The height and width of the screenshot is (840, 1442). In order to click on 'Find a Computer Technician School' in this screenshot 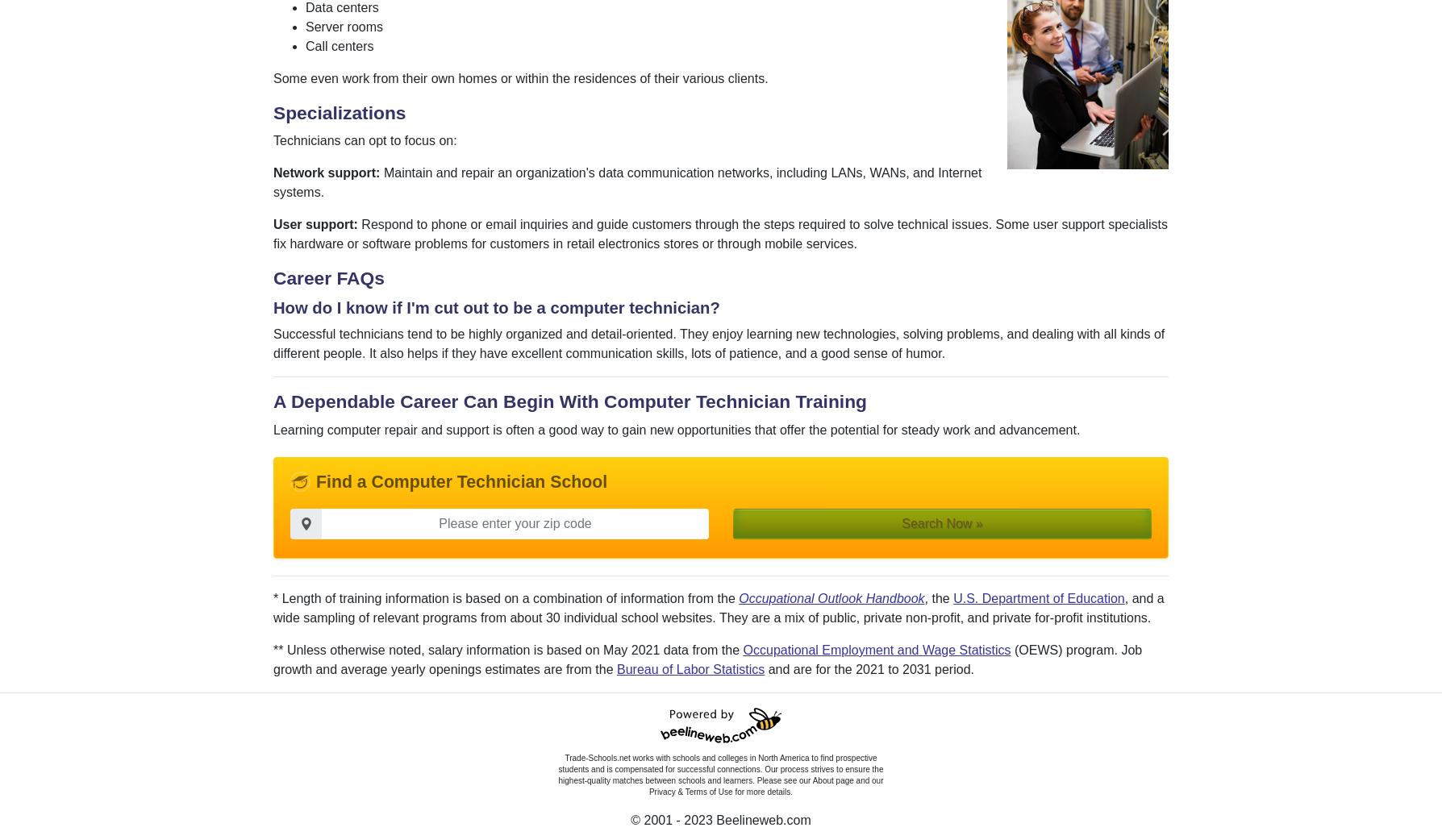, I will do `click(461, 480)`.